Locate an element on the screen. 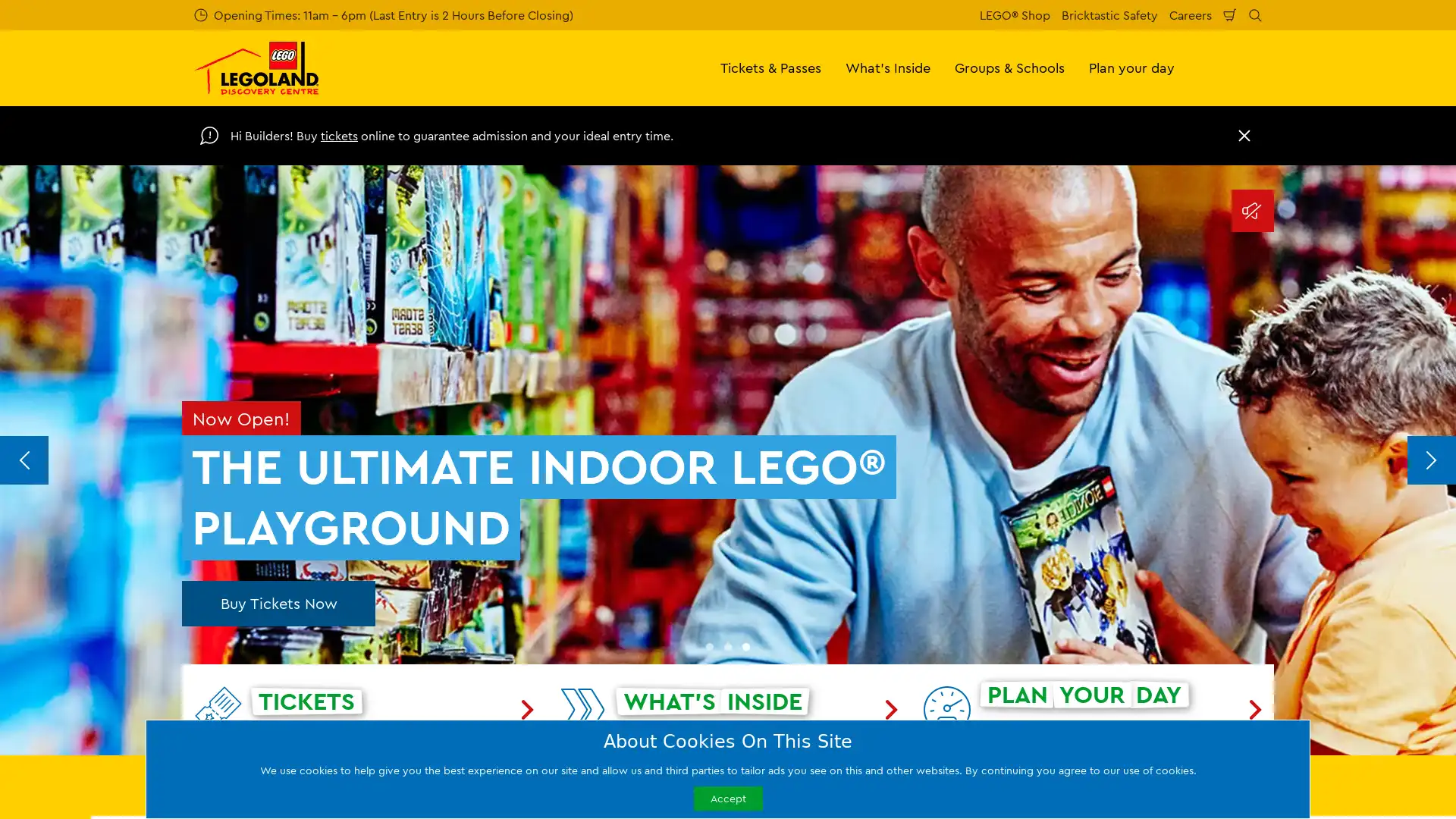 This screenshot has height=819, width=1456. Accept is located at coordinates (726, 797).